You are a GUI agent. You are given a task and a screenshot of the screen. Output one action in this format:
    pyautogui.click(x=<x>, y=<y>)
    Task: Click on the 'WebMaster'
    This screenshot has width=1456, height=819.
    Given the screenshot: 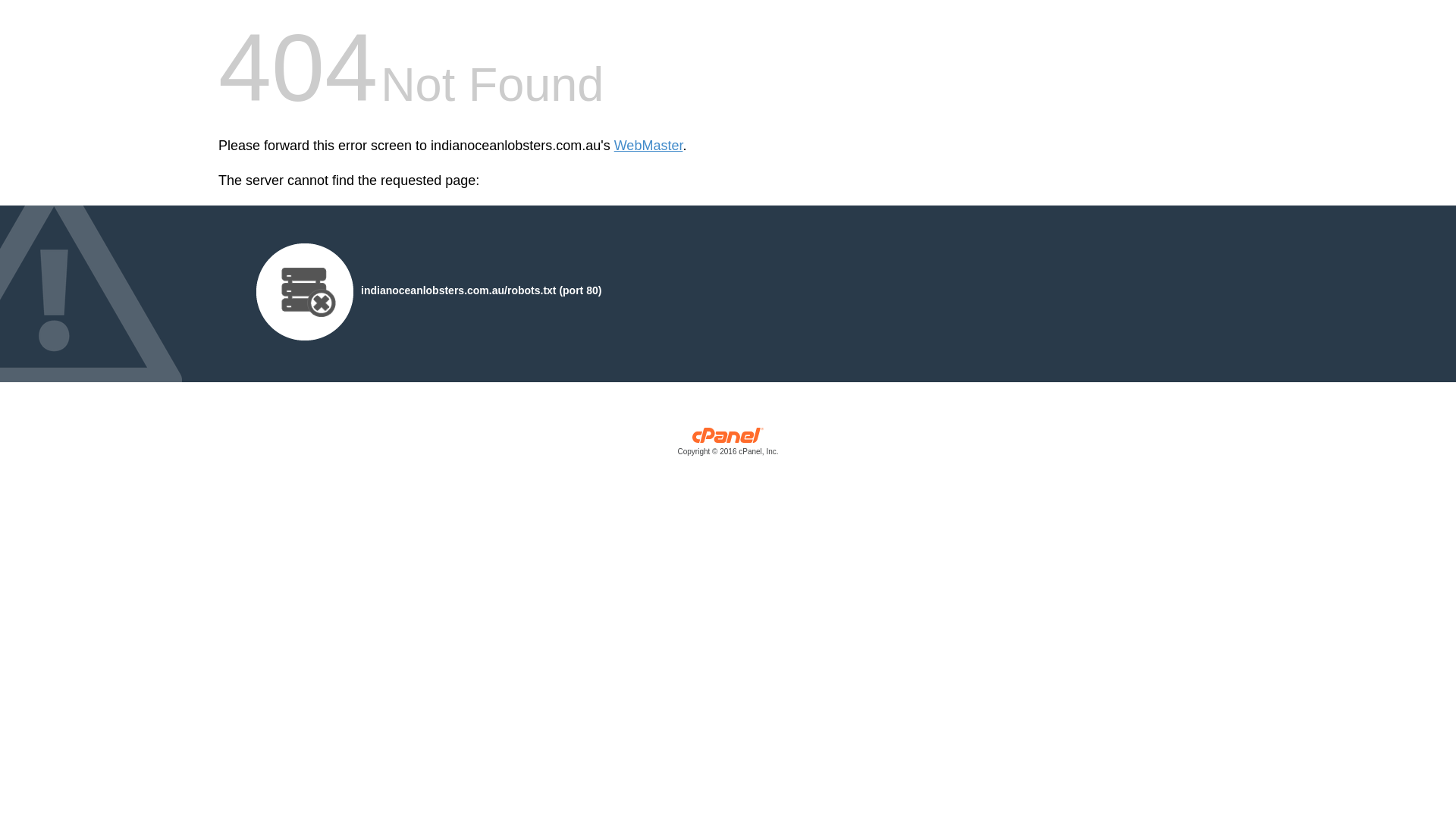 What is the action you would take?
    pyautogui.click(x=648, y=146)
    